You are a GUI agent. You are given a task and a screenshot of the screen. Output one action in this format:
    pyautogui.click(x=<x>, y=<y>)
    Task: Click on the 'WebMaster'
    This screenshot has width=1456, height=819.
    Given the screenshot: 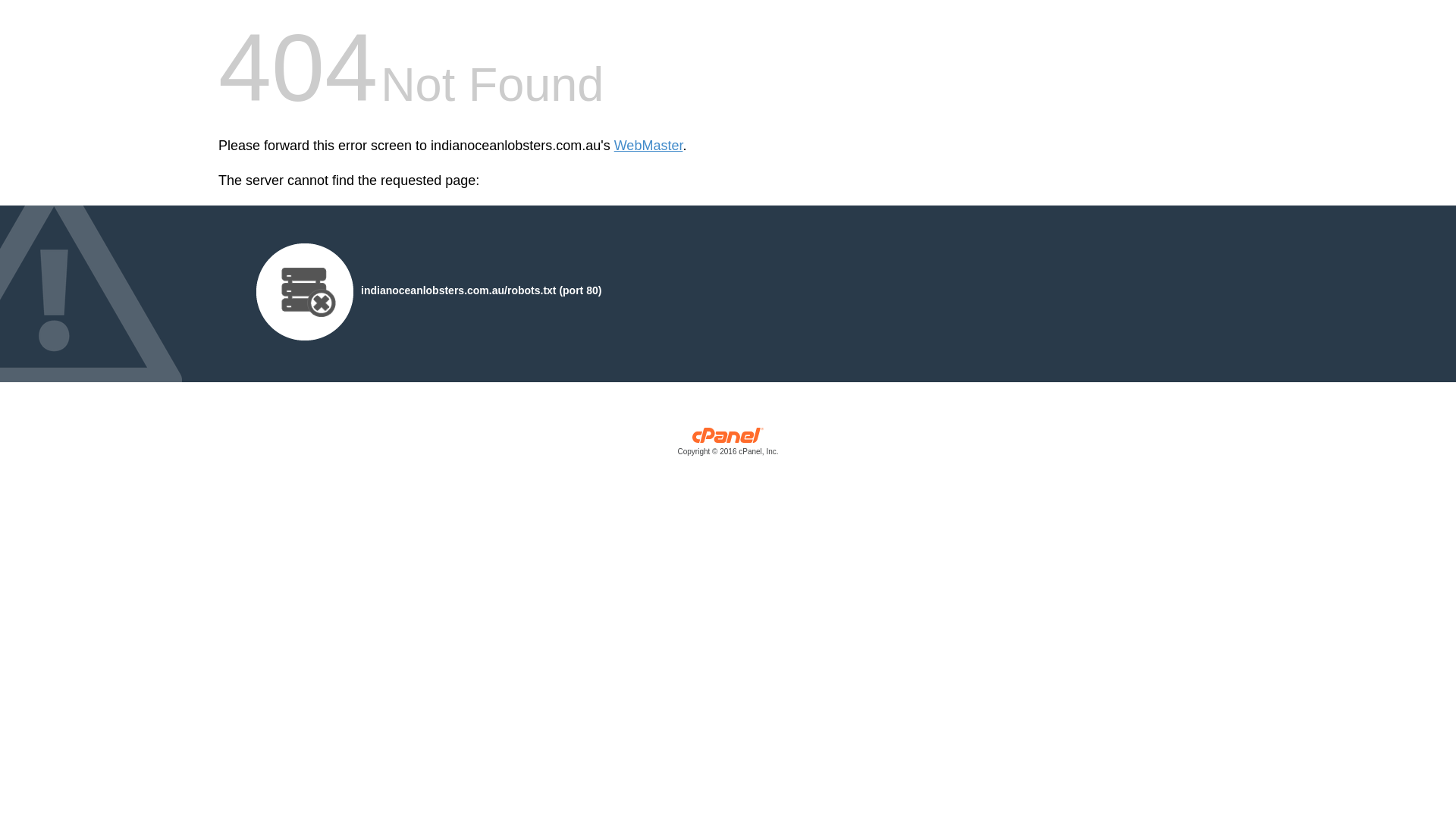 What is the action you would take?
    pyautogui.click(x=648, y=146)
    